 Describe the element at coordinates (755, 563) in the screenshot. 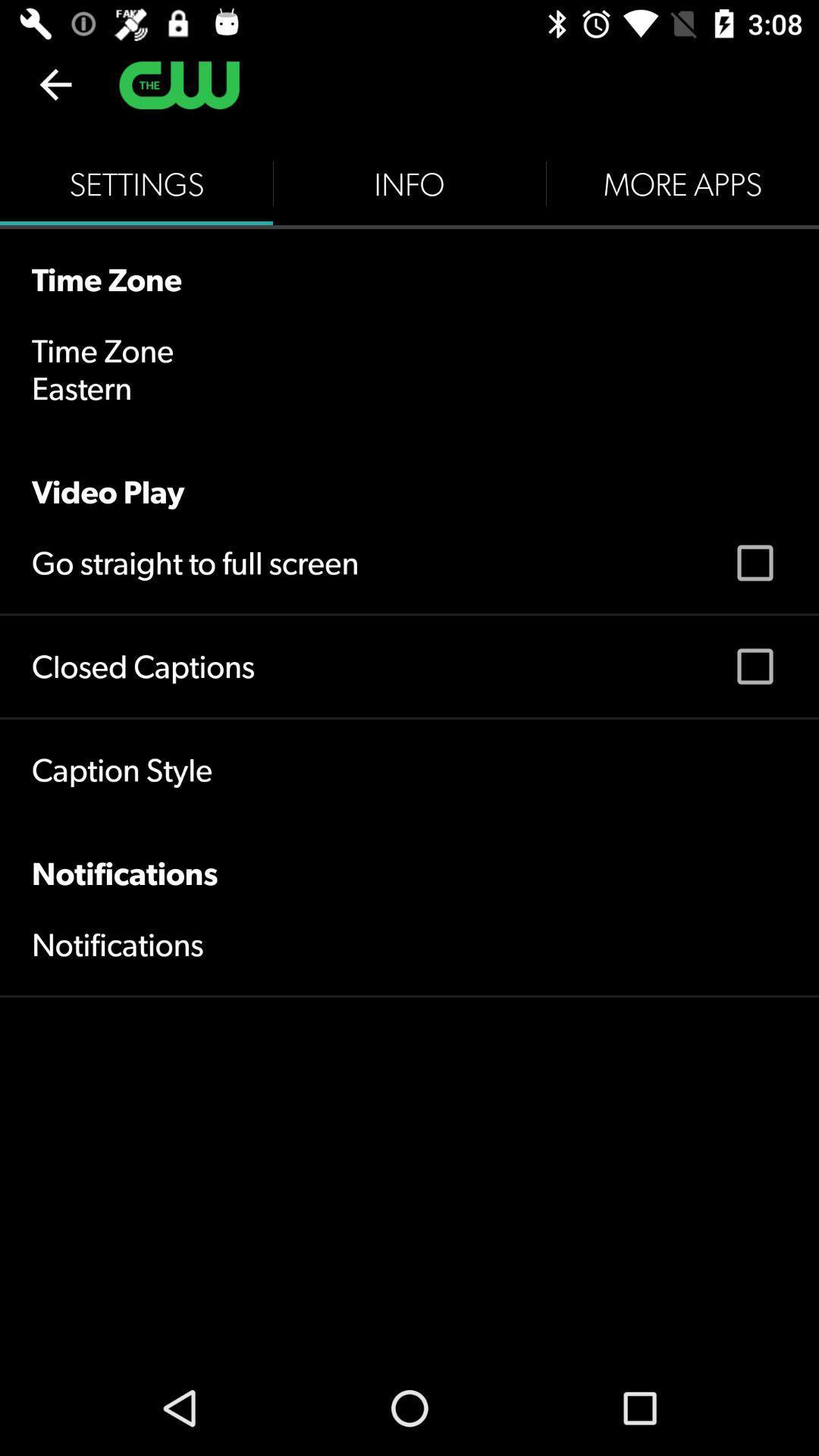

I see `the button right to go straight to full screen` at that location.